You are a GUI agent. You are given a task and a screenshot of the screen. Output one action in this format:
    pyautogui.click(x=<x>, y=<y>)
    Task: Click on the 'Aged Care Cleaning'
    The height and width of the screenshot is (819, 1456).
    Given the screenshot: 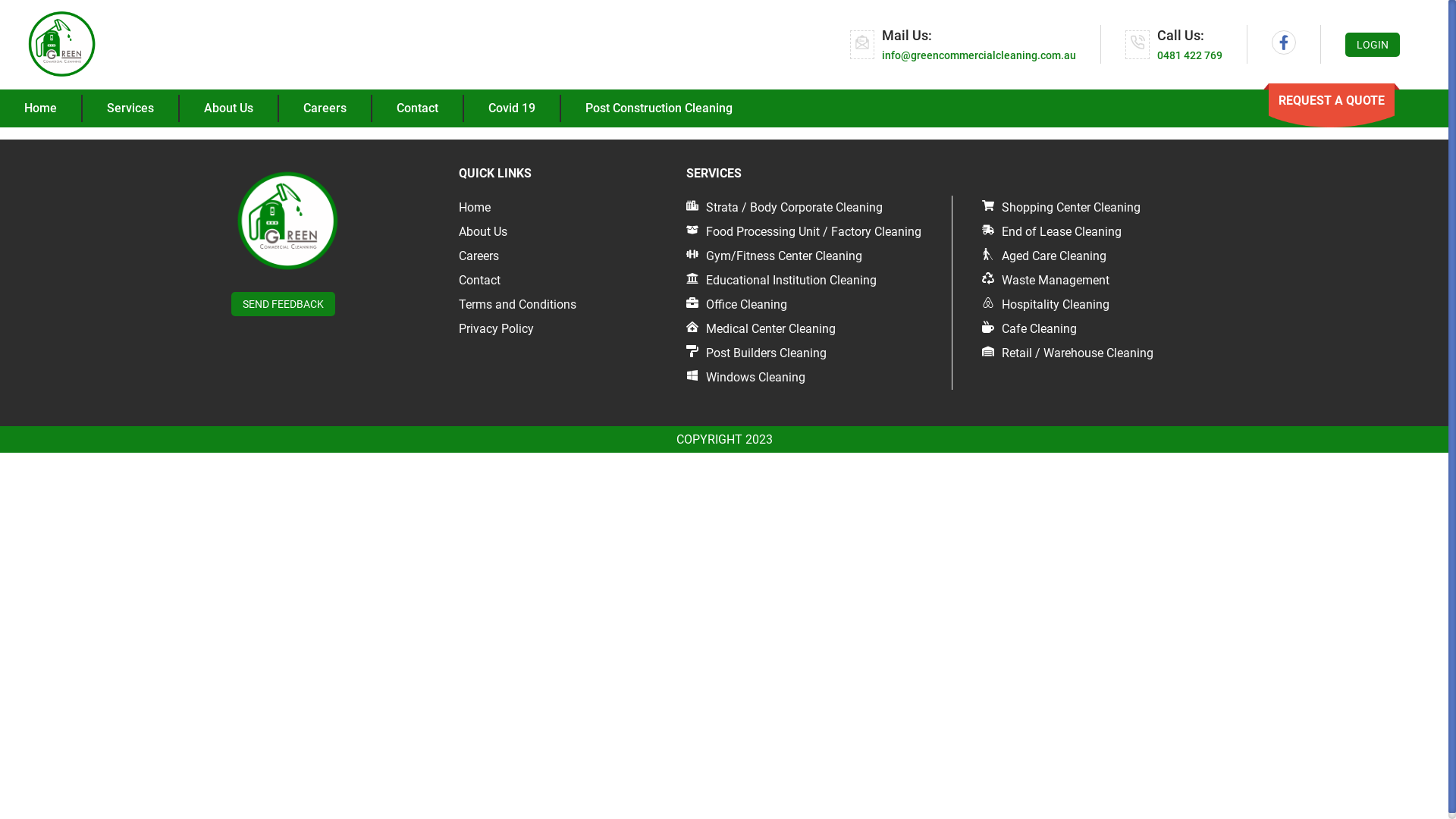 What is the action you would take?
    pyautogui.click(x=1043, y=255)
    